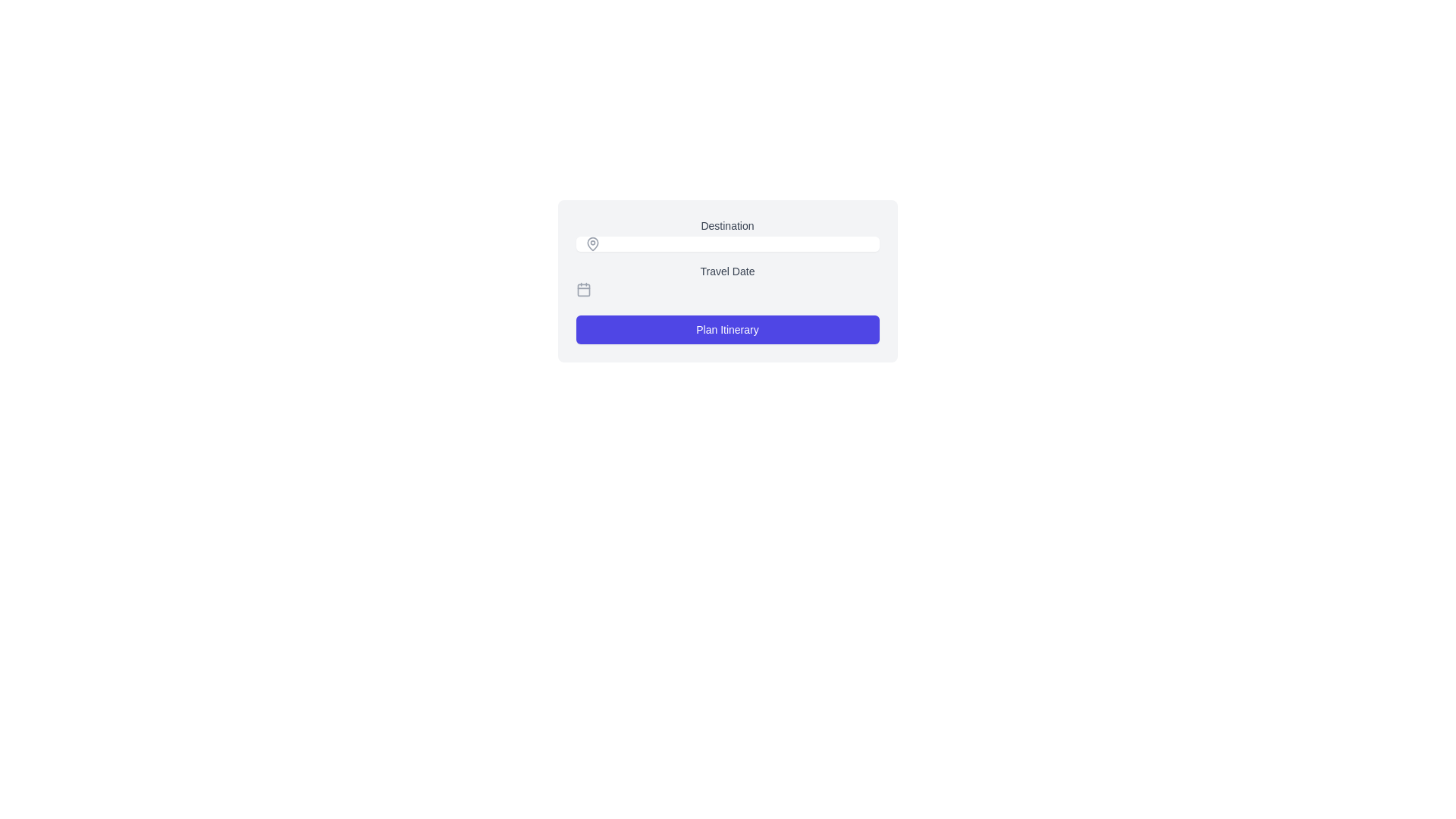 The image size is (1456, 819). What do you see at coordinates (726, 271) in the screenshot?
I see `the 'Travel Date' text label, which is styled in medium gray font and positioned above the travel date input field` at bounding box center [726, 271].